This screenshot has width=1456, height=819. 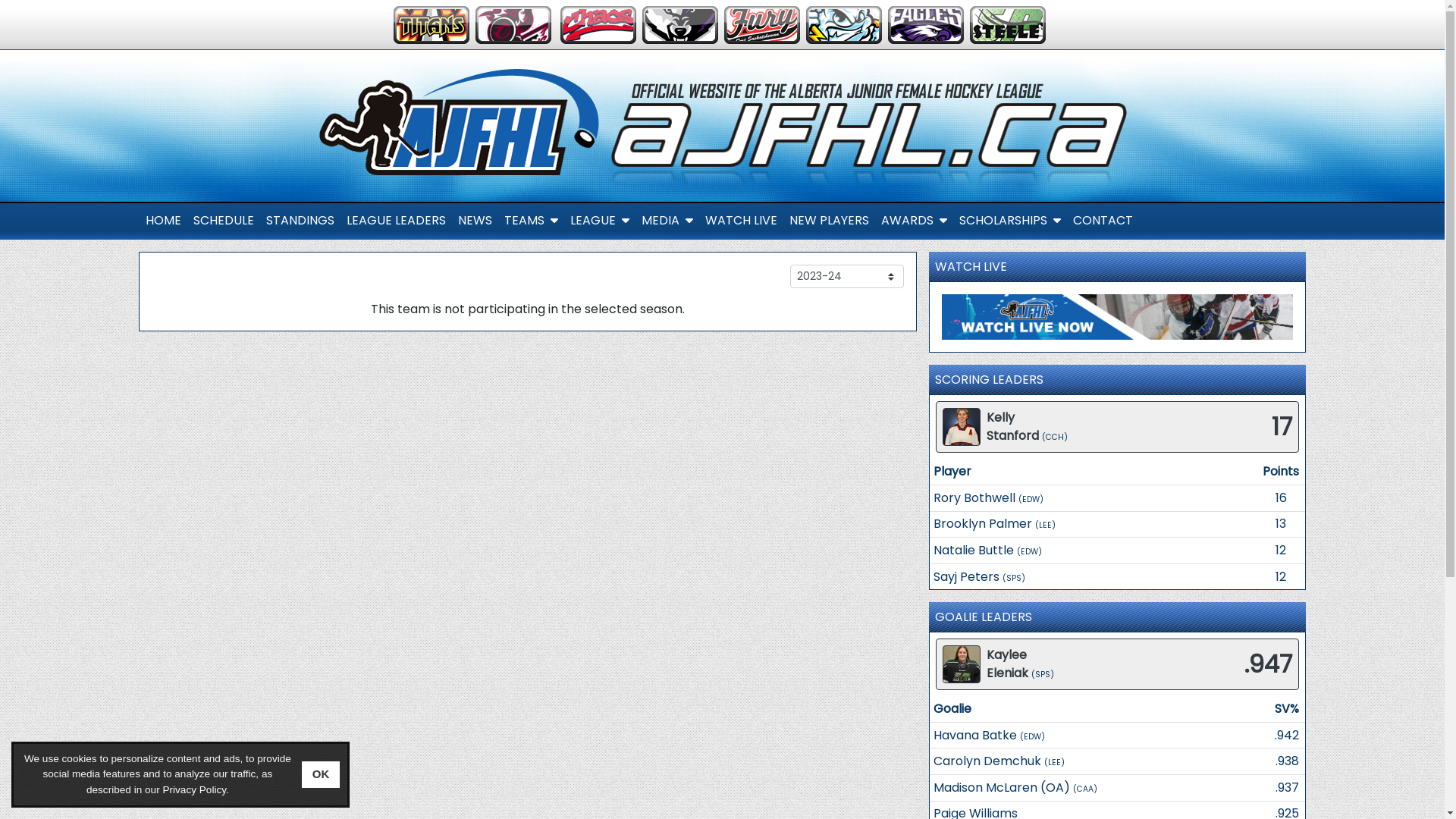 I want to click on 'OK', so click(x=320, y=774).